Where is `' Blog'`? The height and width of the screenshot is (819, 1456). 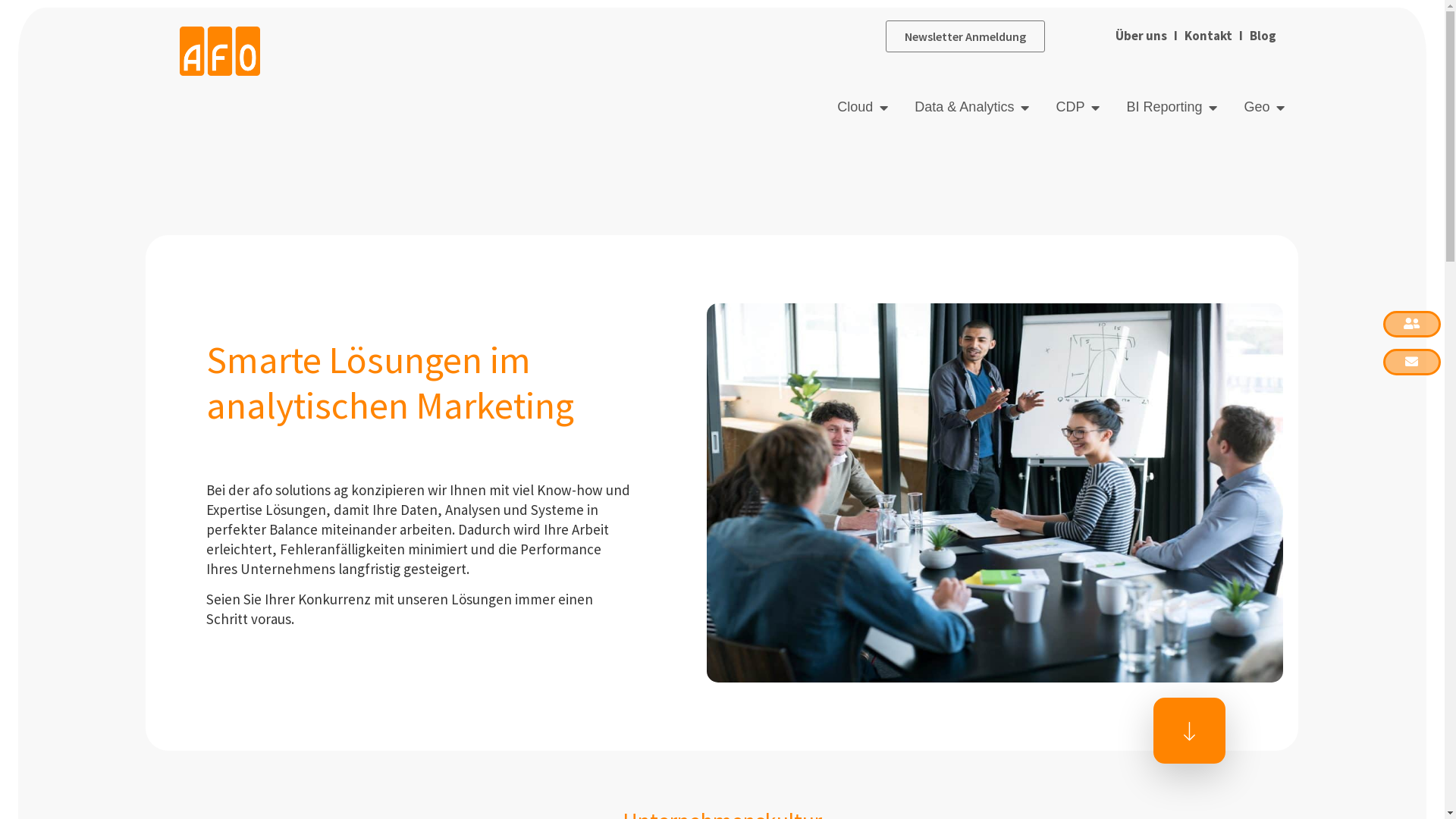
' Blog' is located at coordinates (1262, 34).